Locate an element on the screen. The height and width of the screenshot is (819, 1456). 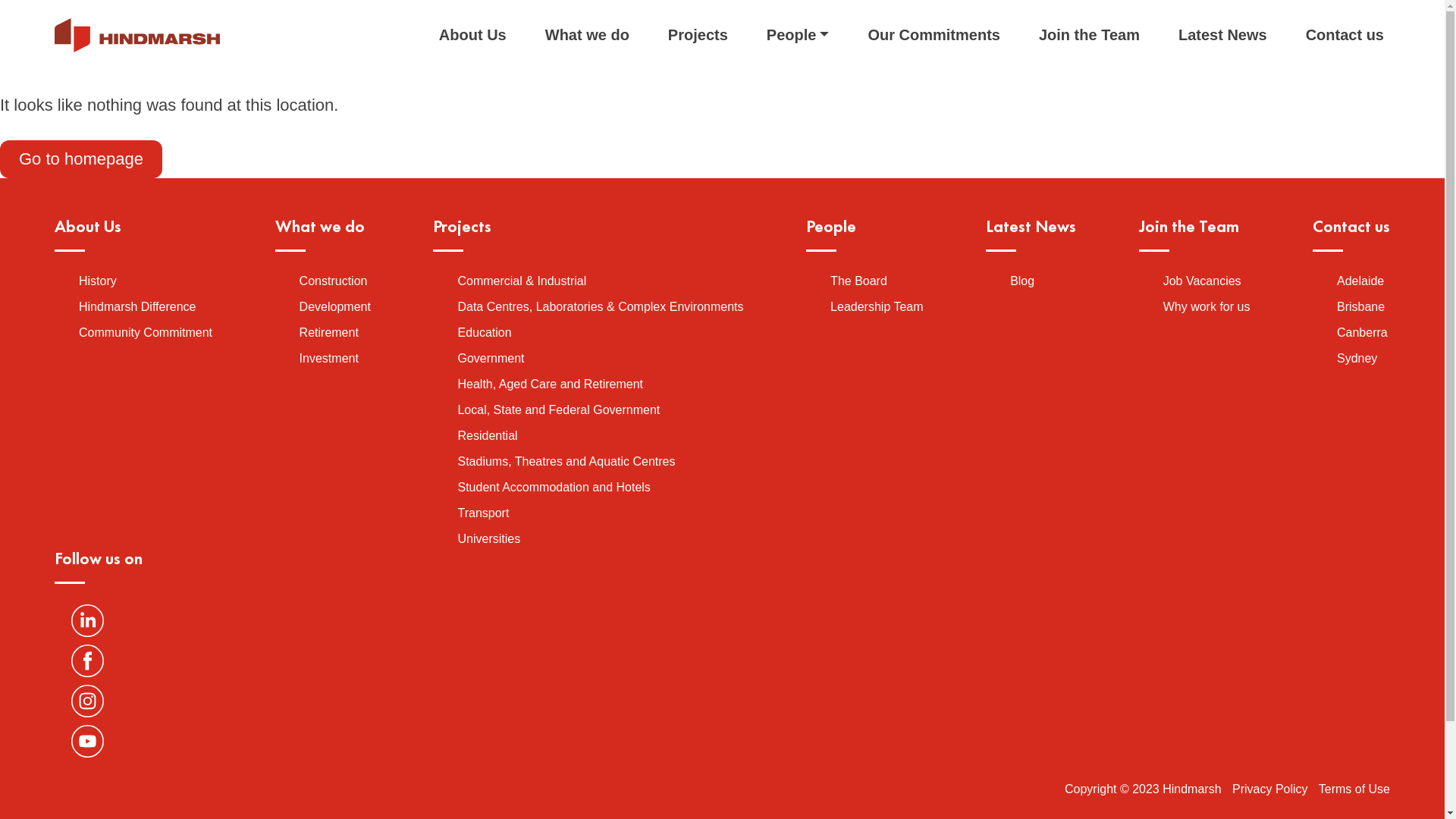
'Join the Team' is located at coordinates (1032, 34).